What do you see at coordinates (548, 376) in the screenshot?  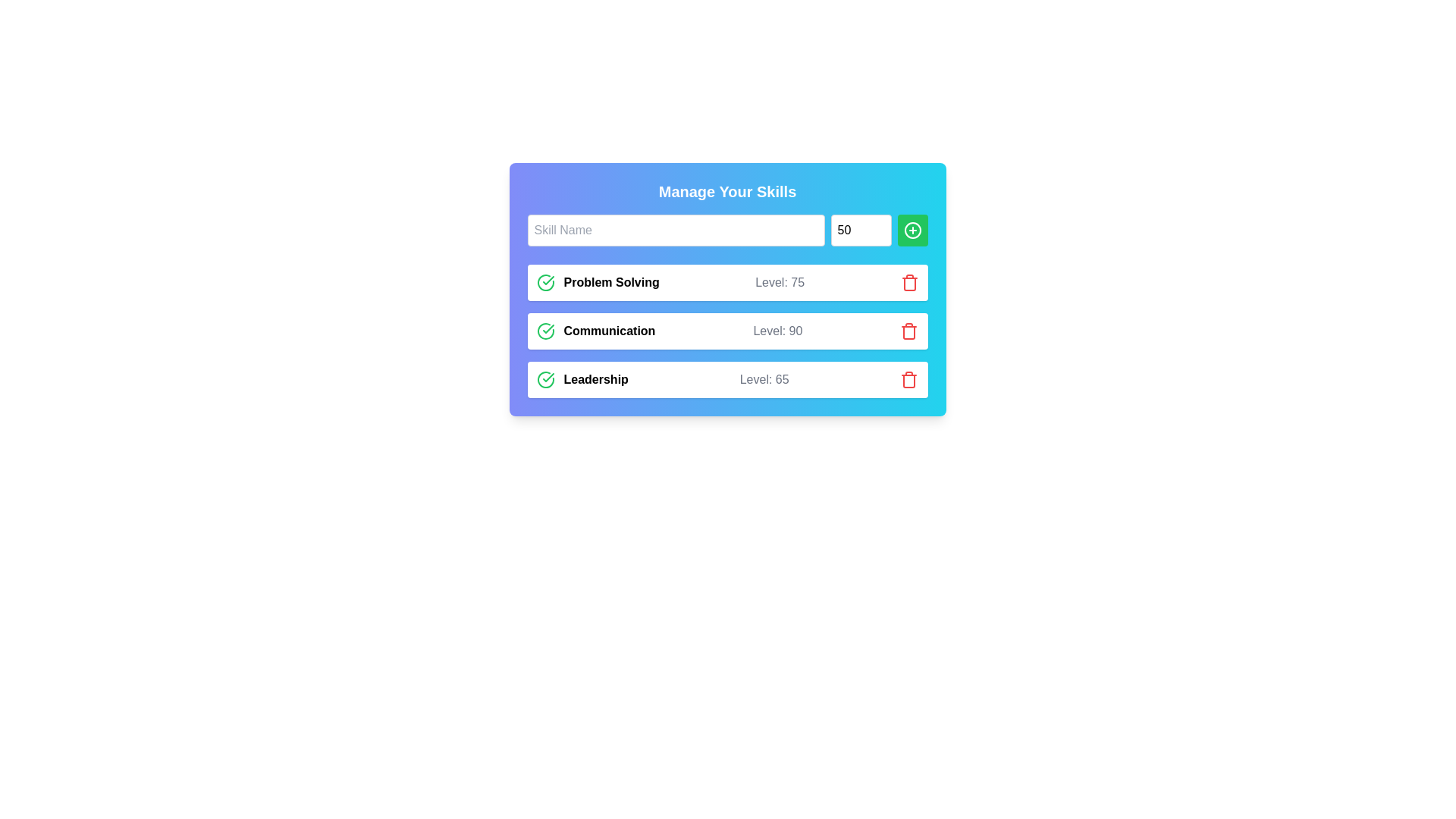 I see `the status of the smaller checkmark shape within the green checkmark icon indicating that a skill item is active or approved` at bounding box center [548, 376].